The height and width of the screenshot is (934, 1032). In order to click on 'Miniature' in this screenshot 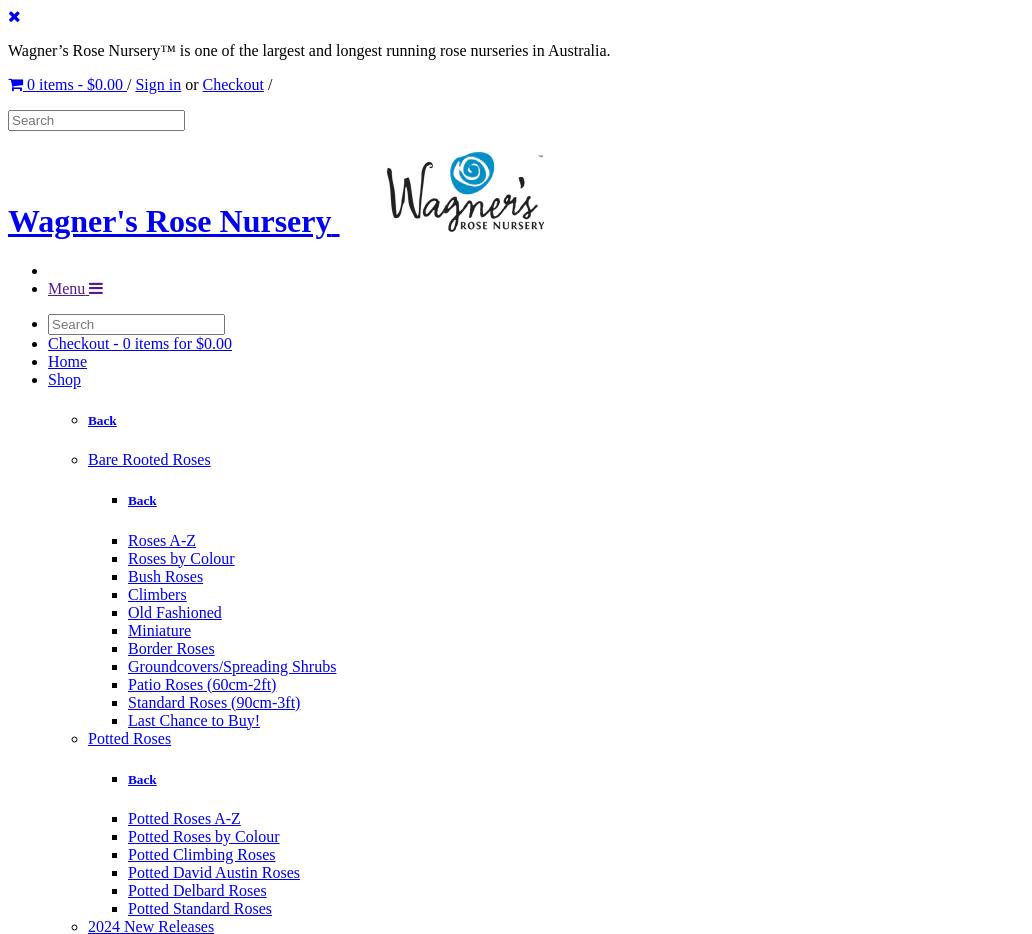, I will do `click(127, 629)`.